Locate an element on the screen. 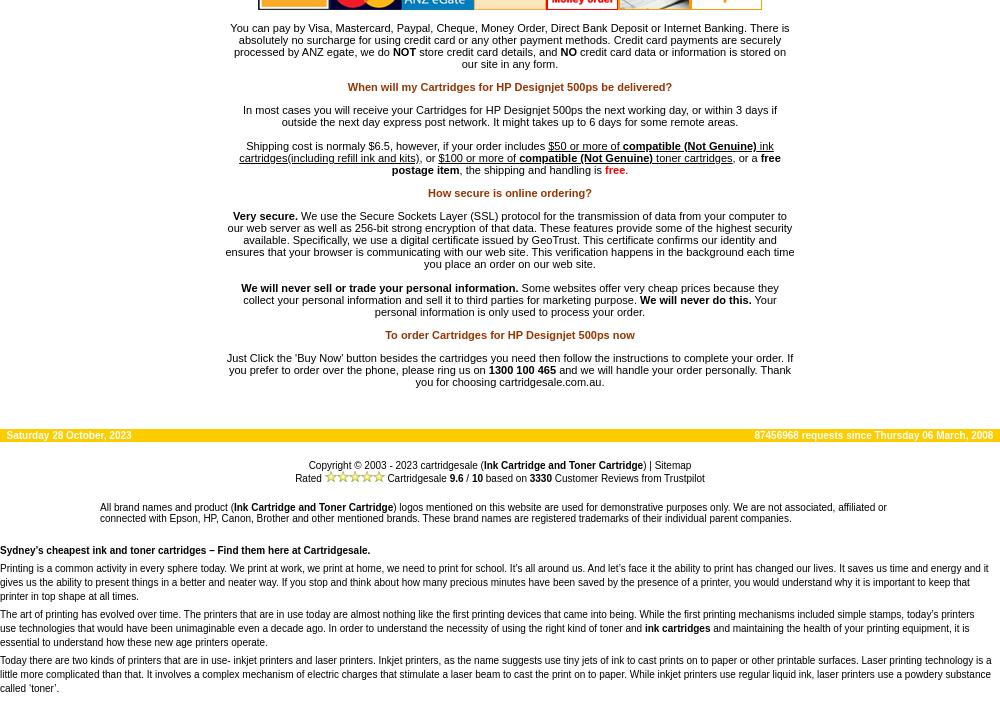 The width and height of the screenshot is (1000, 727). 'Your personal information is only used to process your order.' is located at coordinates (574, 305).